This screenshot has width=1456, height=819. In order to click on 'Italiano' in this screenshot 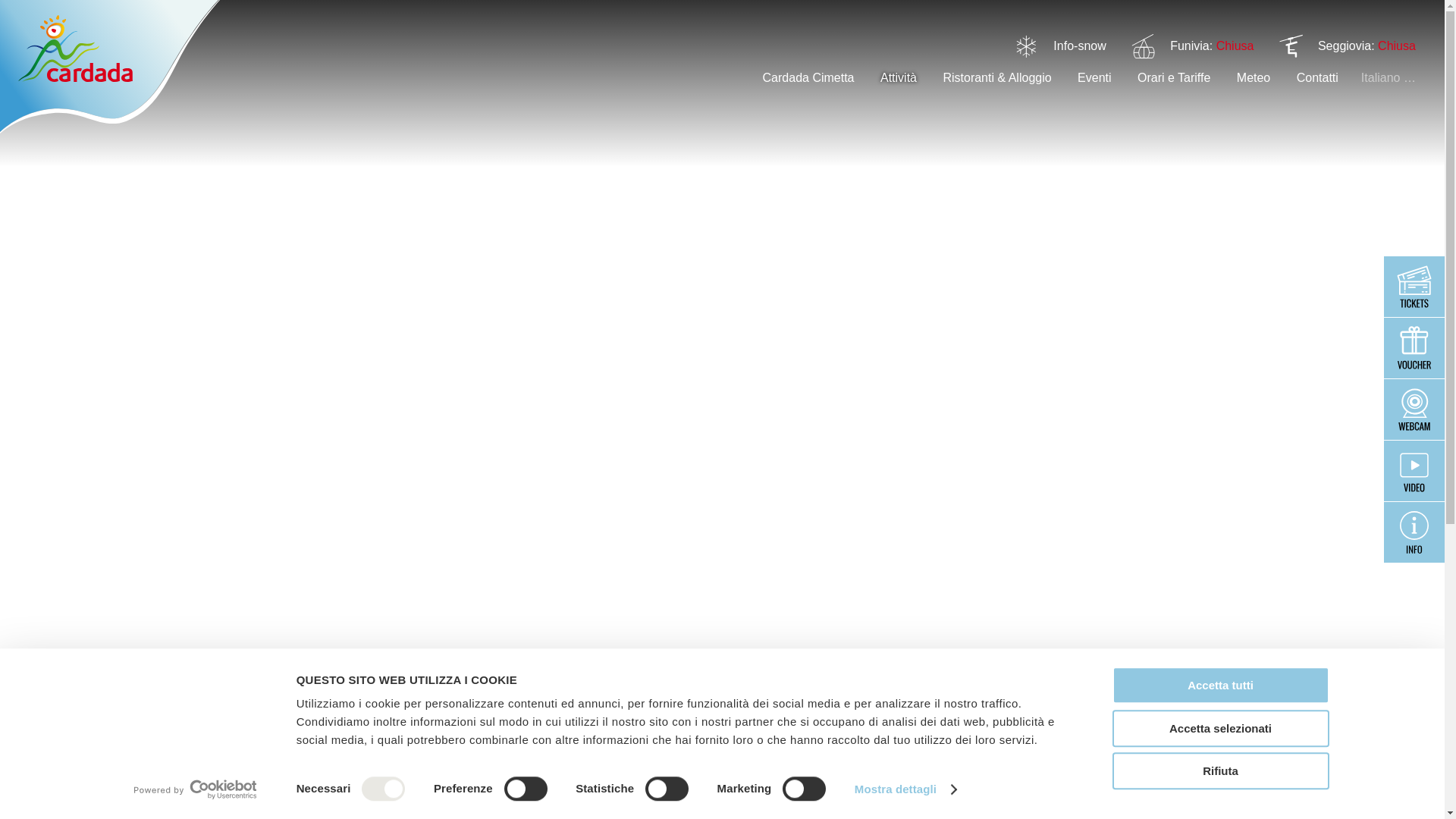, I will do `click(1388, 77)`.